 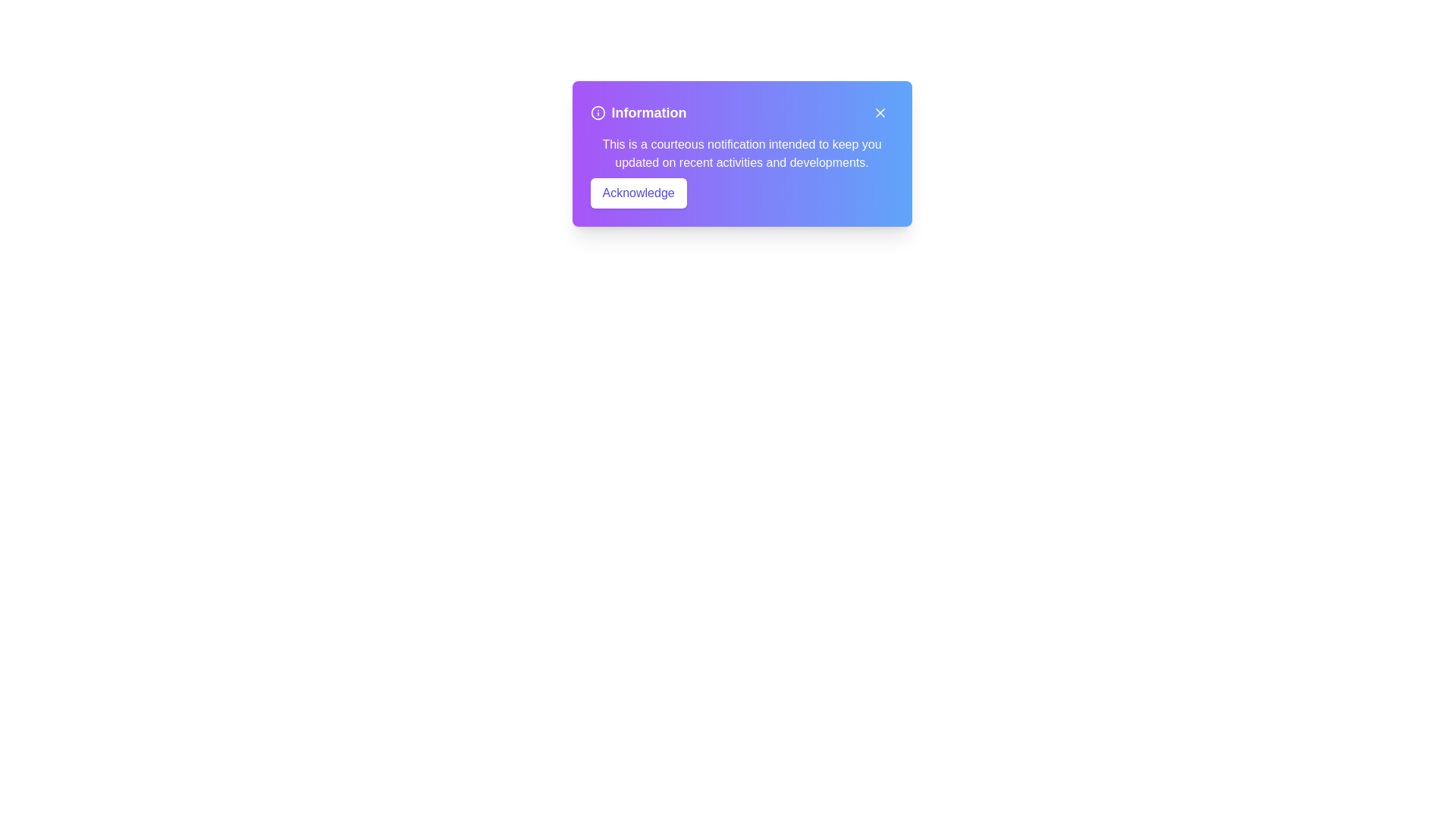 What do you see at coordinates (880, 112) in the screenshot?
I see `the close button to close the snackbar` at bounding box center [880, 112].